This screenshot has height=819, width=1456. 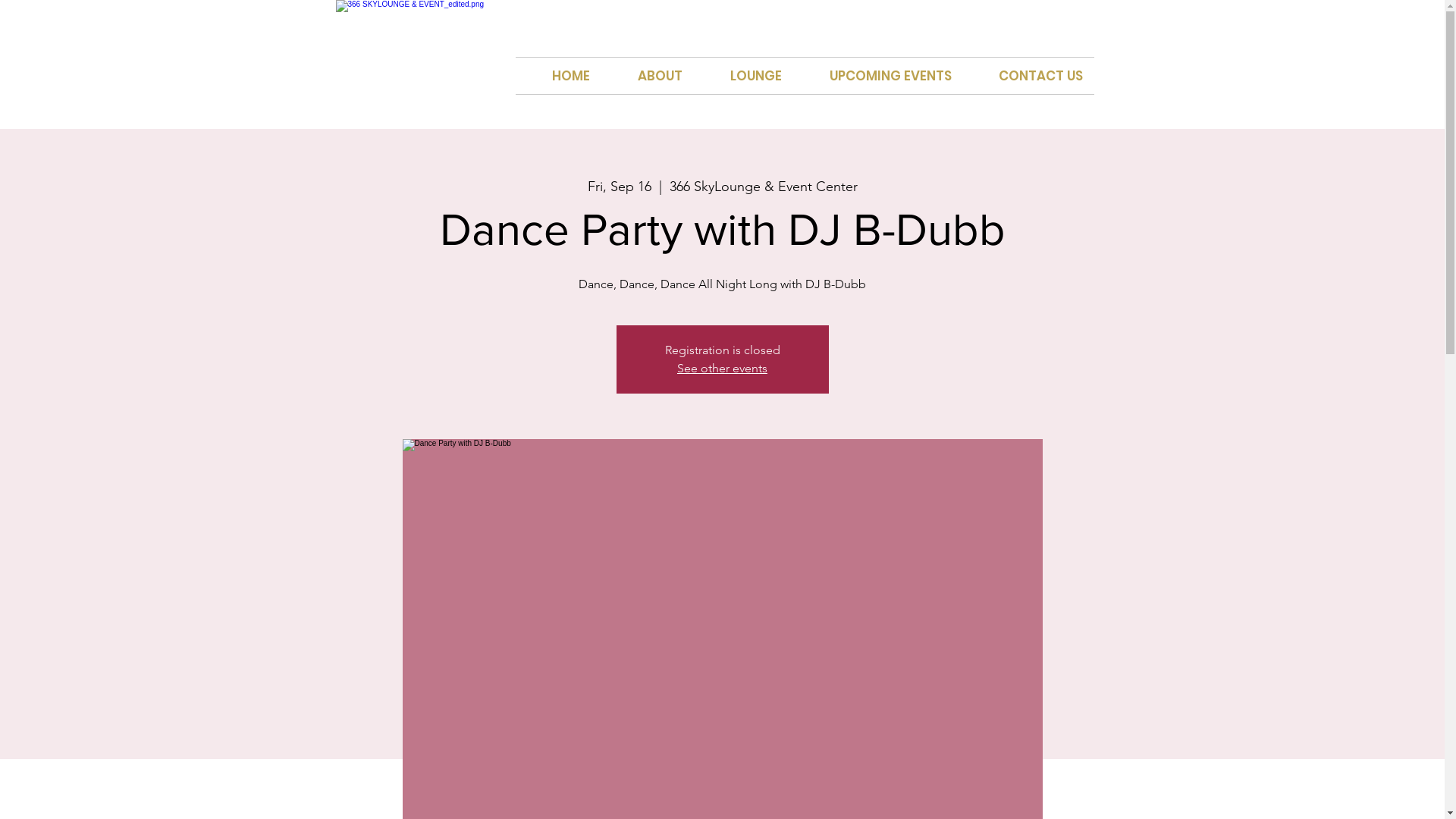 What do you see at coordinates (742, 76) in the screenshot?
I see `'LOUNGE'` at bounding box center [742, 76].